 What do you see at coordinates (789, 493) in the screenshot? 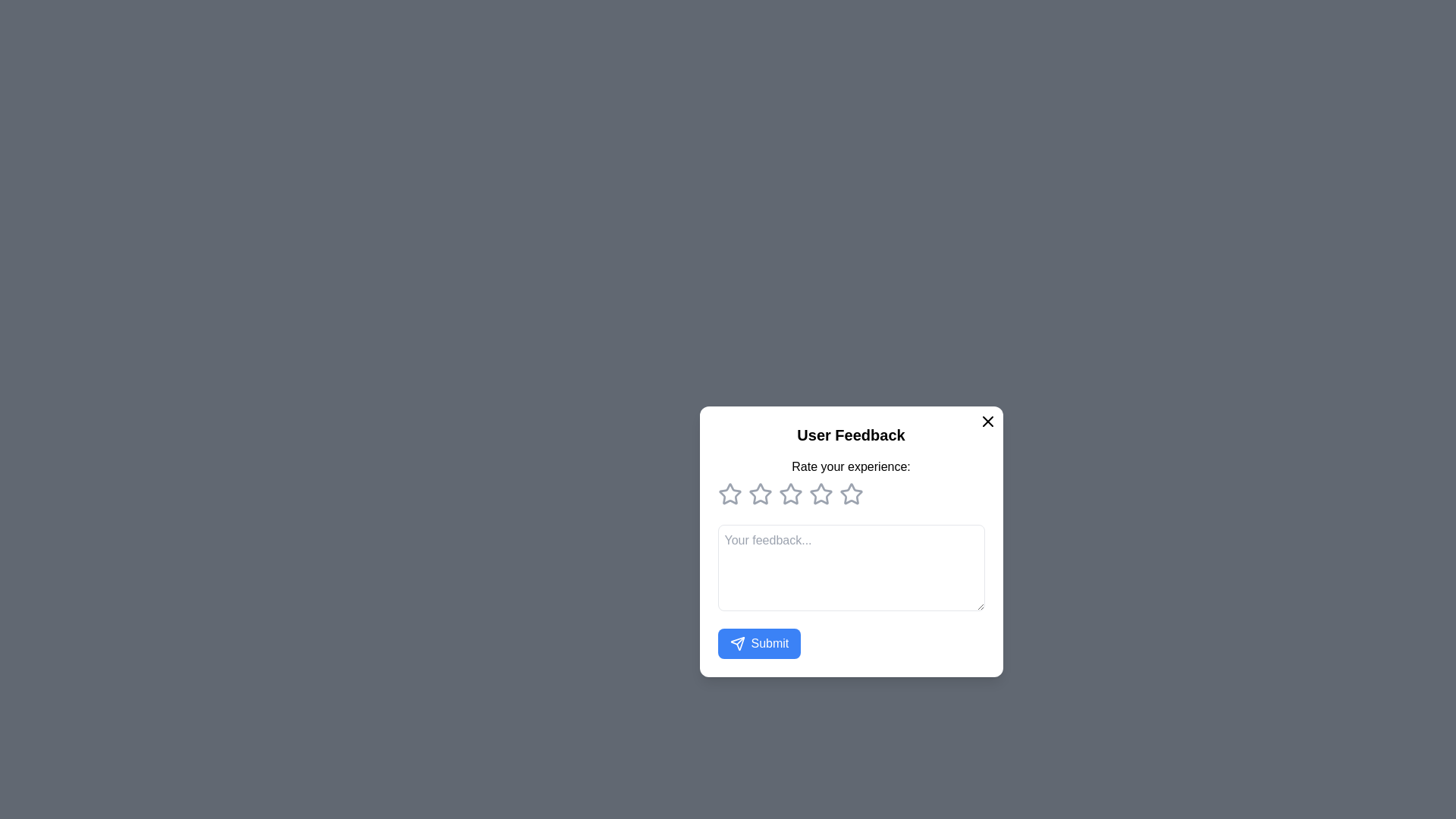
I see `to select the second star icon in the horizontal sequence of five stars representing a rating option, located below the heading 'Rate your experience.'` at bounding box center [789, 493].